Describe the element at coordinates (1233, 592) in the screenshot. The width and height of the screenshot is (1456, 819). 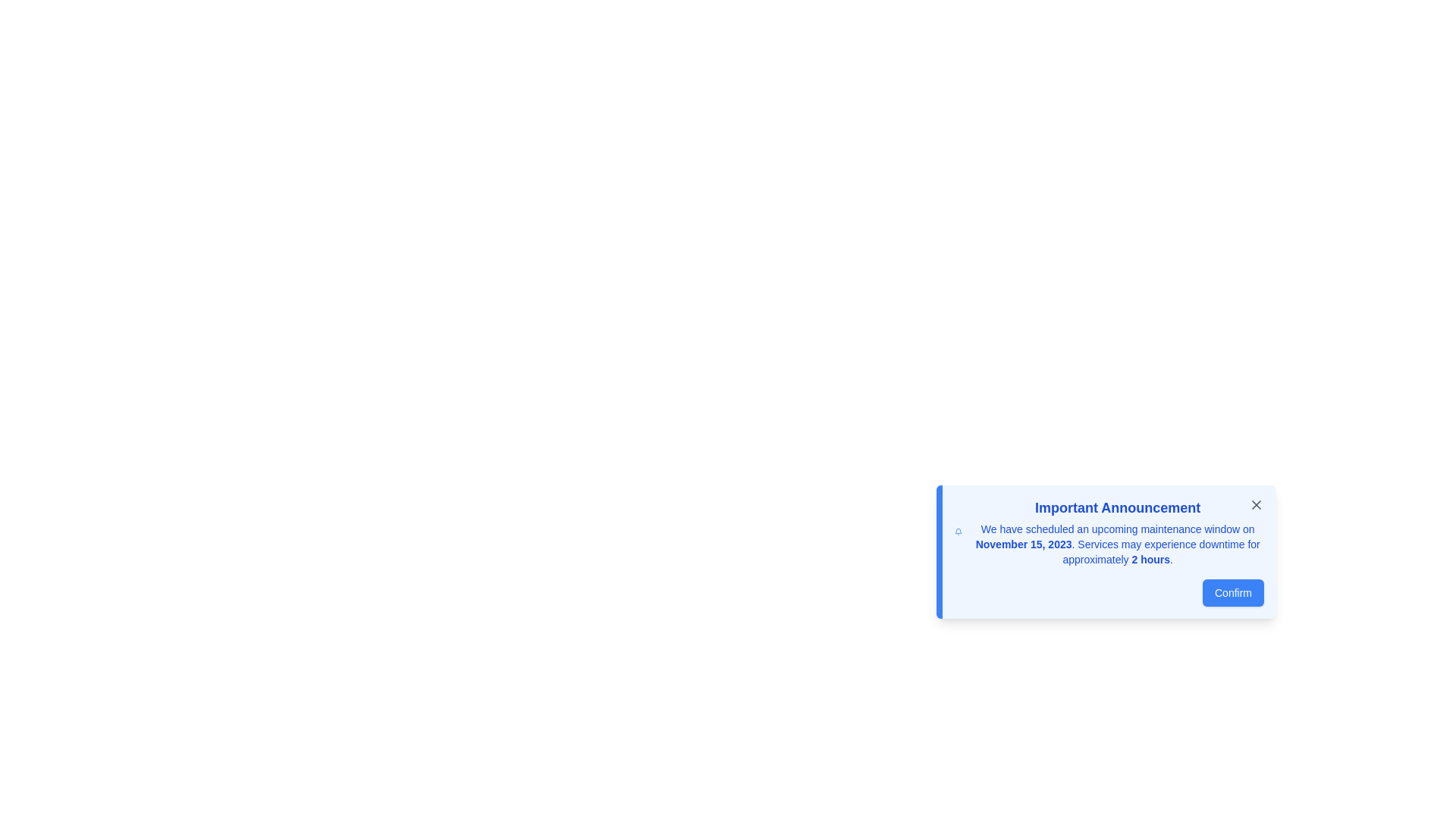
I see `the 'Confirm' button with a blue background and white text to activate its hover effects` at that location.